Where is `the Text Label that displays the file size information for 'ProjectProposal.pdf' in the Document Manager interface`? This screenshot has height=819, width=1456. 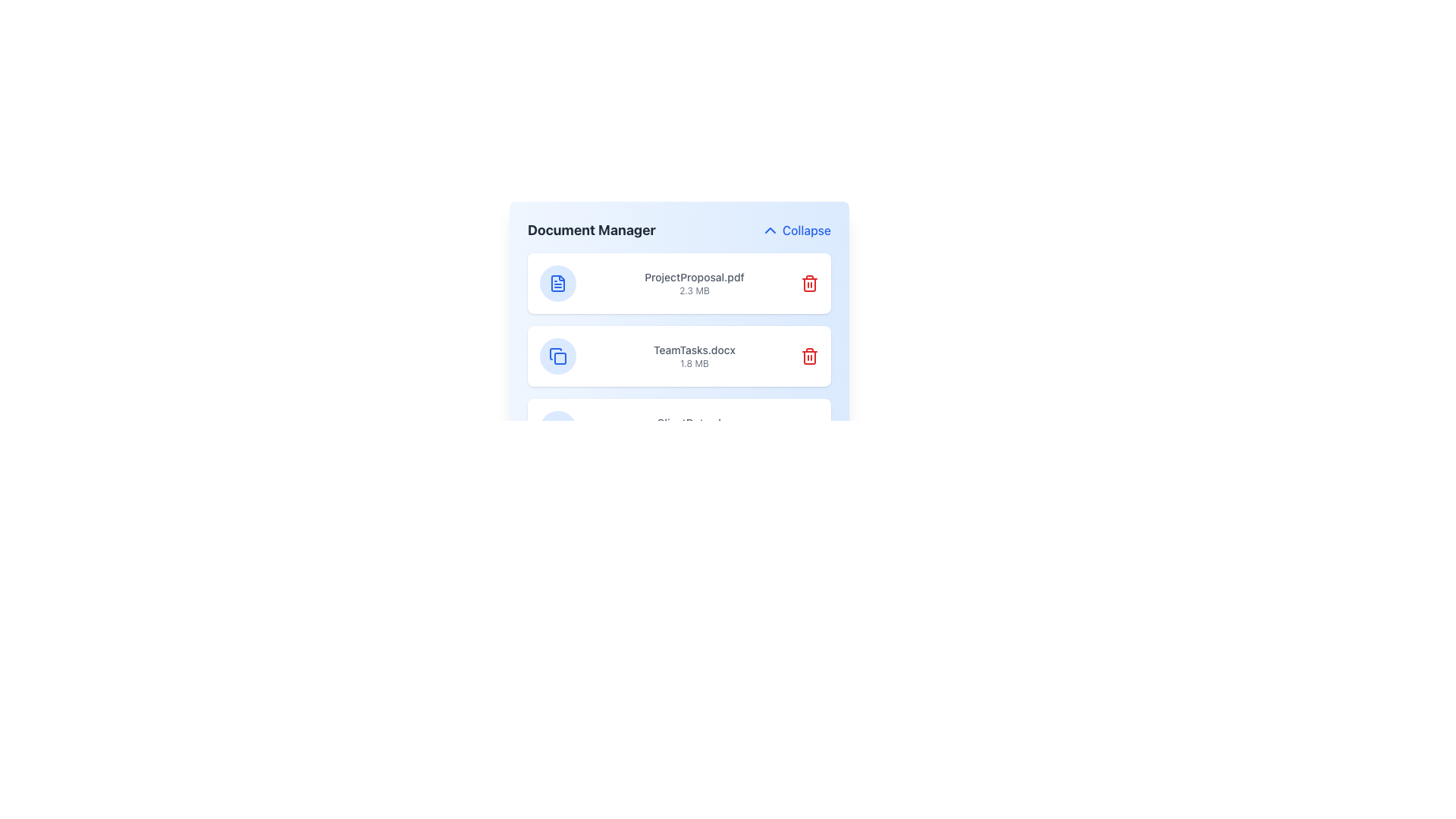 the Text Label that displays the file size information for 'ProjectProposal.pdf' in the Document Manager interface is located at coordinates (694, 291).